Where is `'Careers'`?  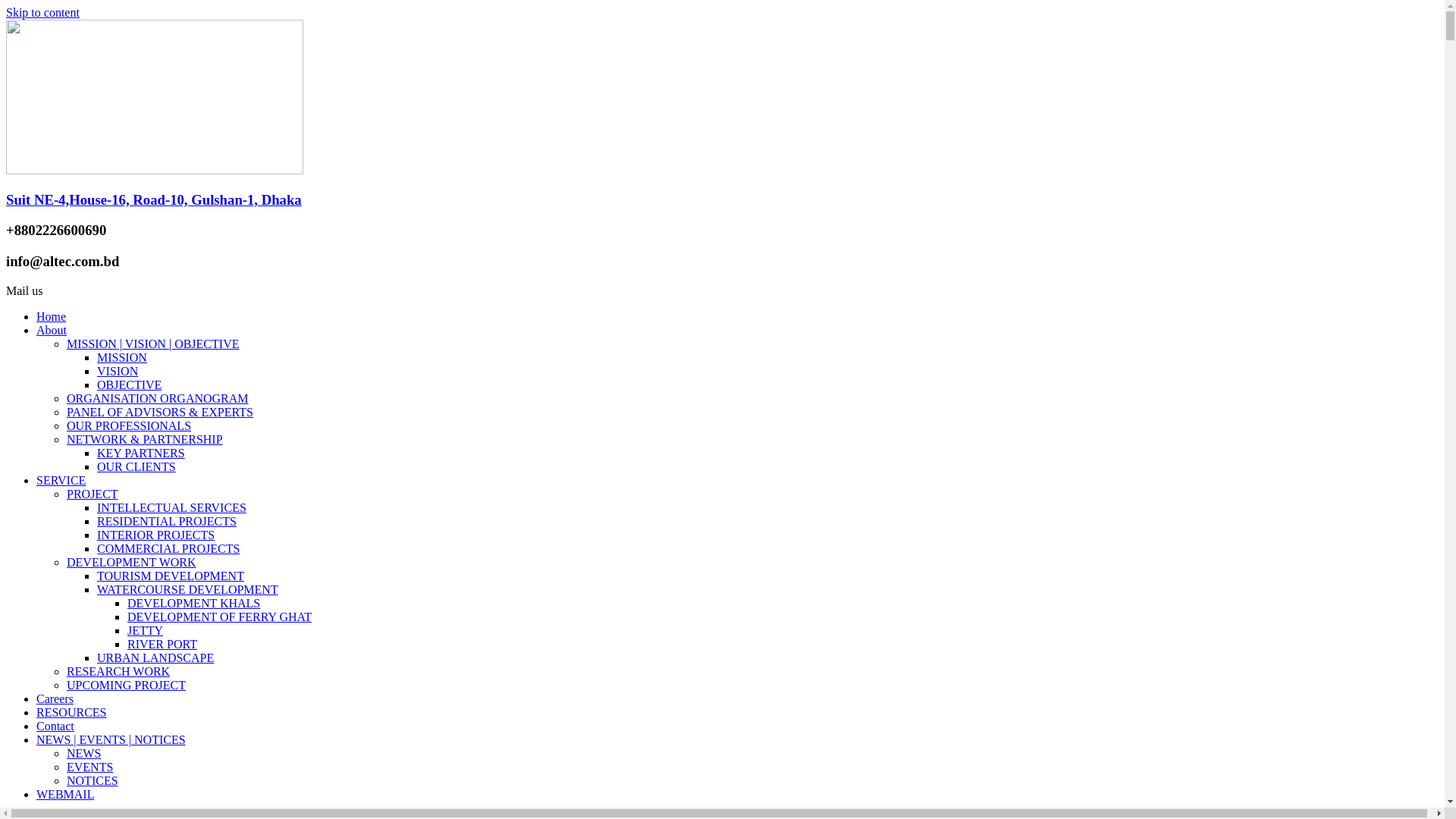
'Careers' is located at coordinates (55, 698).